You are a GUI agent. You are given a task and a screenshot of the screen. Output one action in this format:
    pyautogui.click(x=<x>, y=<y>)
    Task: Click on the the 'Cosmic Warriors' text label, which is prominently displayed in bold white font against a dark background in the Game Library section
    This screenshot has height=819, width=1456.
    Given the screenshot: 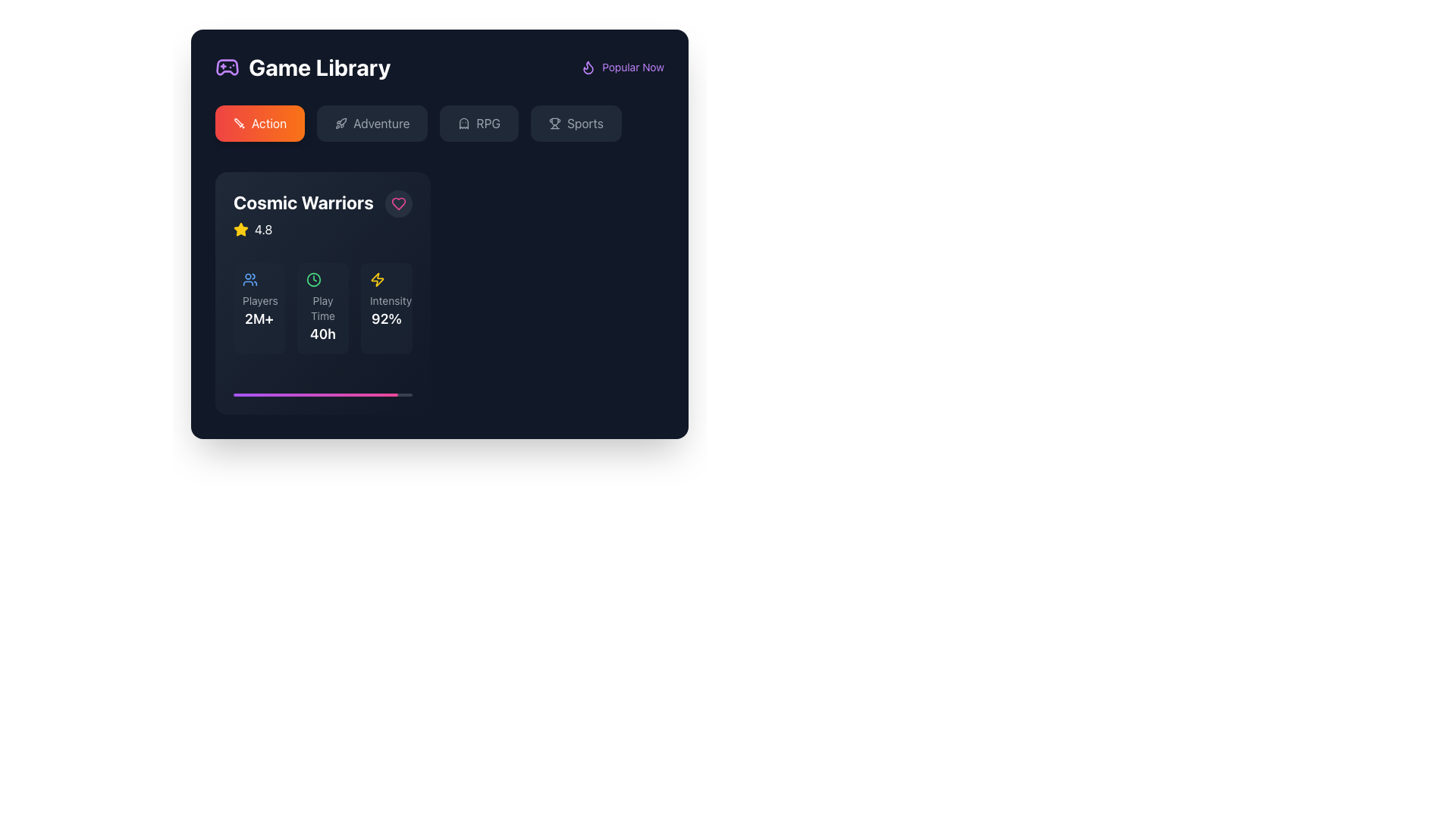 What is the action you would take?
    pyautogui.click(x=303, y=201)
    